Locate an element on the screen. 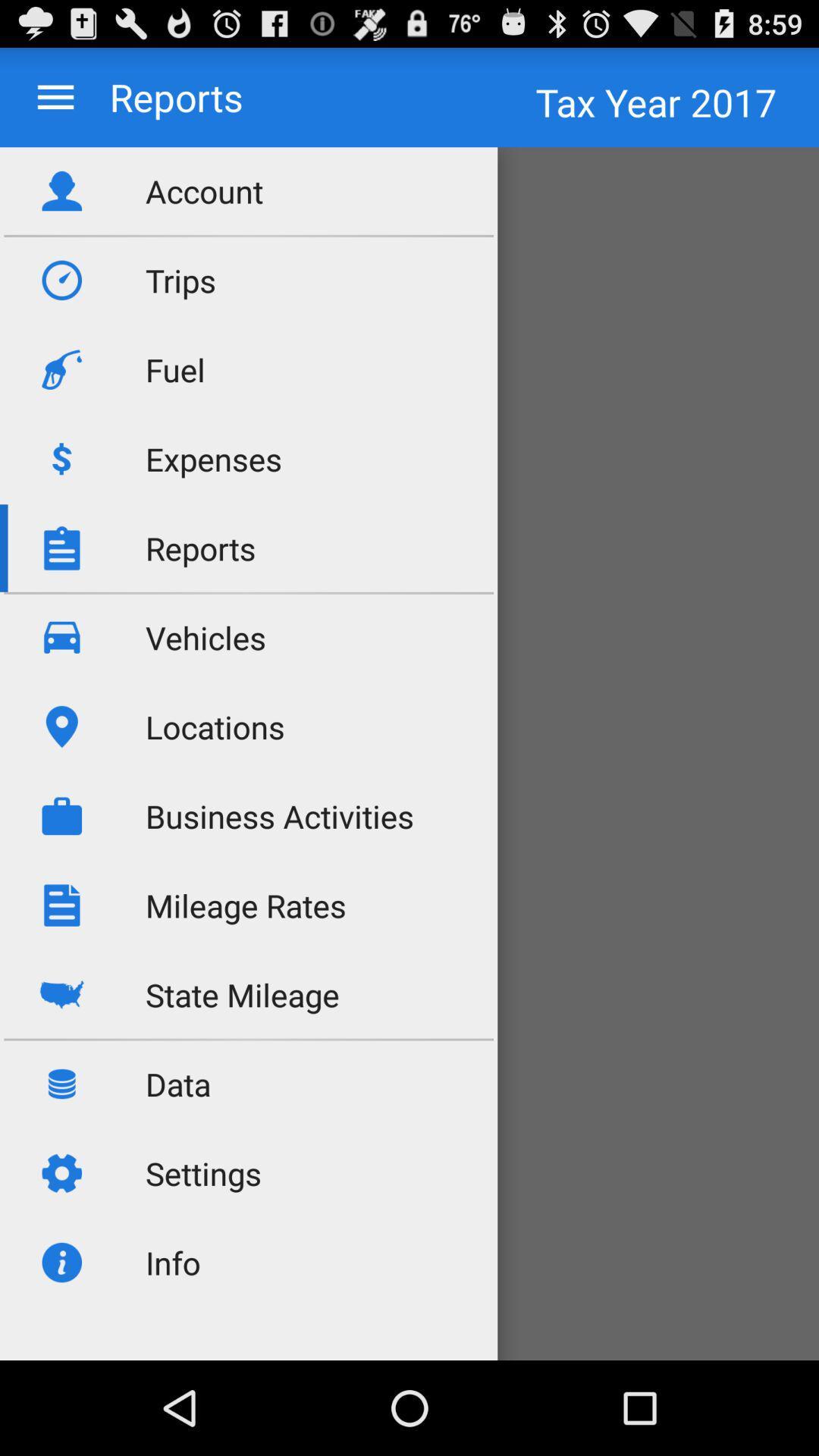 The width and height of the screenshot is (819, 1456). the icon at the center is located at coordinates (280, 815).